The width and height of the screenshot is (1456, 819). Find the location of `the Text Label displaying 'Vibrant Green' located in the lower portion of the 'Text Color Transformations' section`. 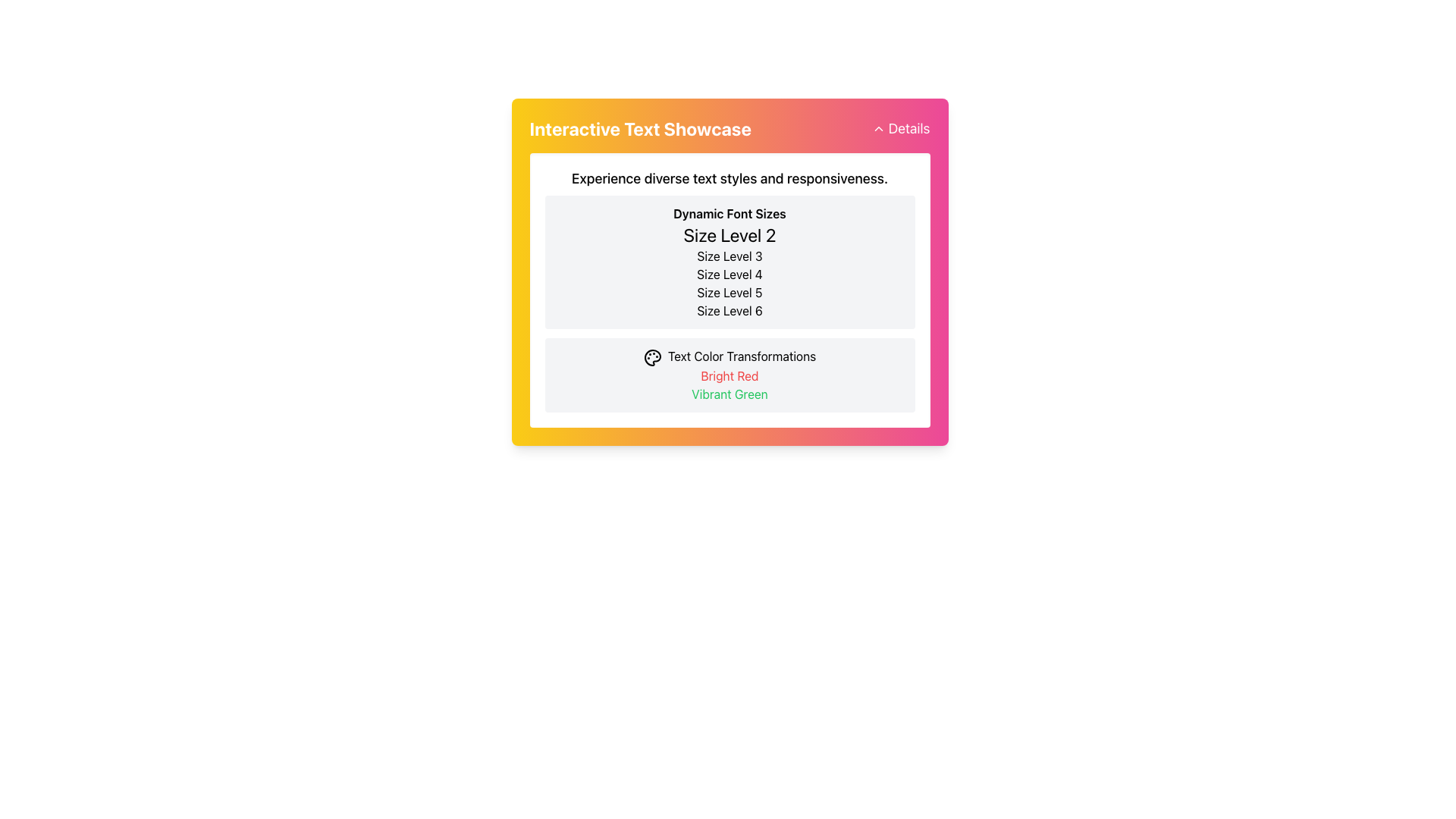

the Text Label displaying 'Vibrant Green' located in the lower portion of the 'Text Color Transformations' section is located at coordinates (730, 393).